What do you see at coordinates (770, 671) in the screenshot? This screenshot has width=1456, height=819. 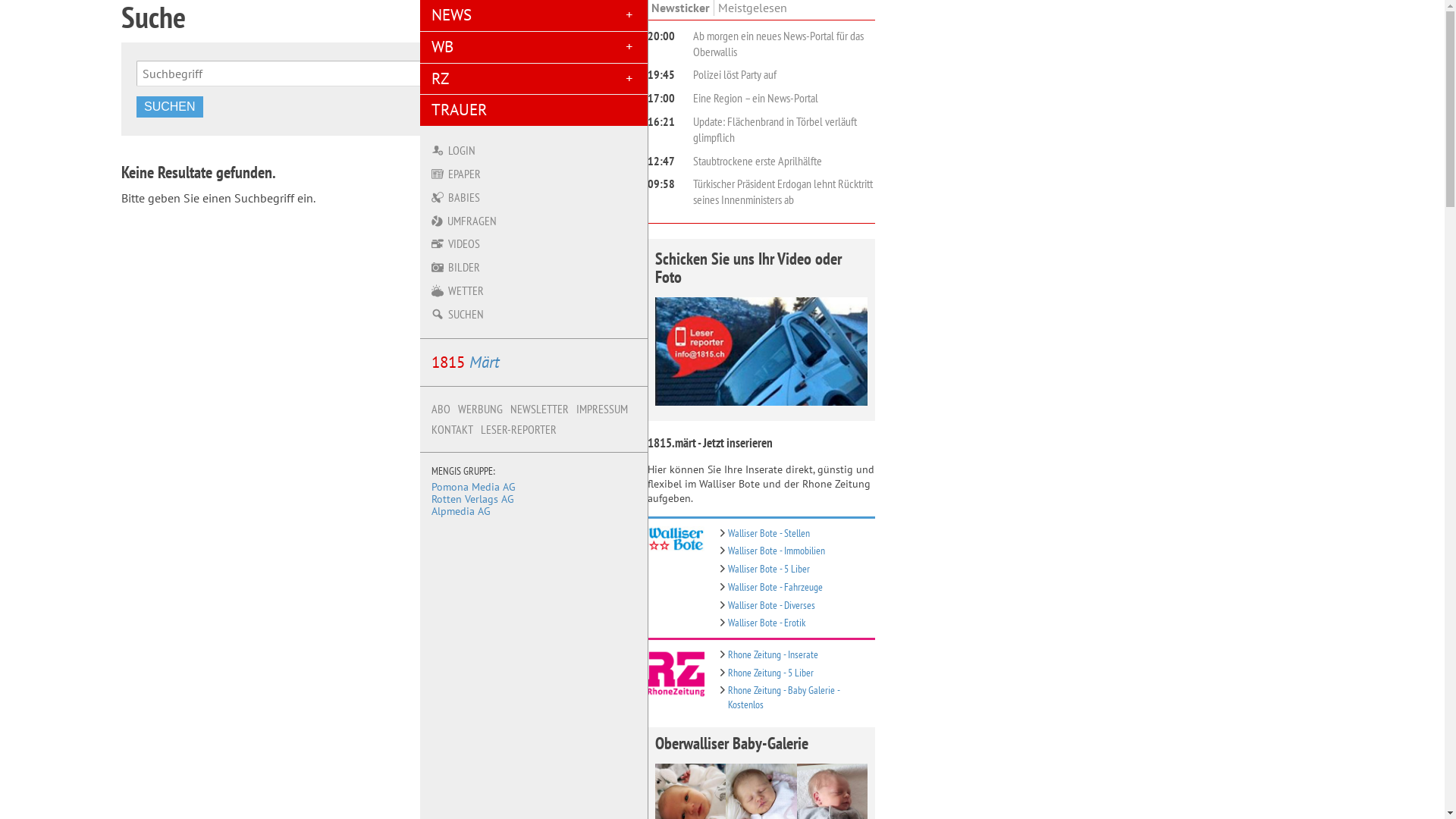 I see `'Rhone Zeitung - 5 Liber'` at bounding box center [770, 671].